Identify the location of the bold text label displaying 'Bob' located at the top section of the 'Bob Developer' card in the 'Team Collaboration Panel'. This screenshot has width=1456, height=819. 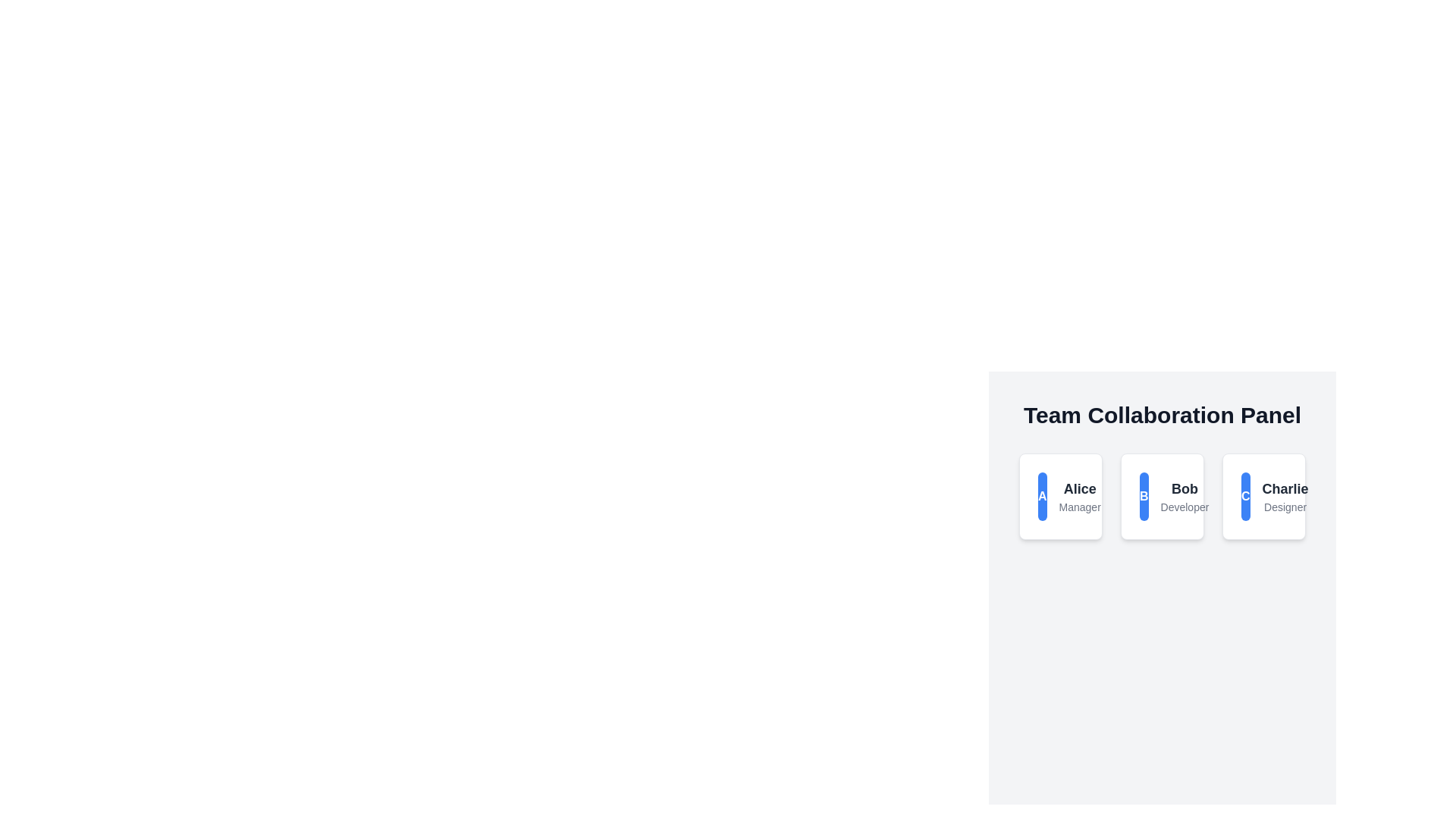
(1184, 488).